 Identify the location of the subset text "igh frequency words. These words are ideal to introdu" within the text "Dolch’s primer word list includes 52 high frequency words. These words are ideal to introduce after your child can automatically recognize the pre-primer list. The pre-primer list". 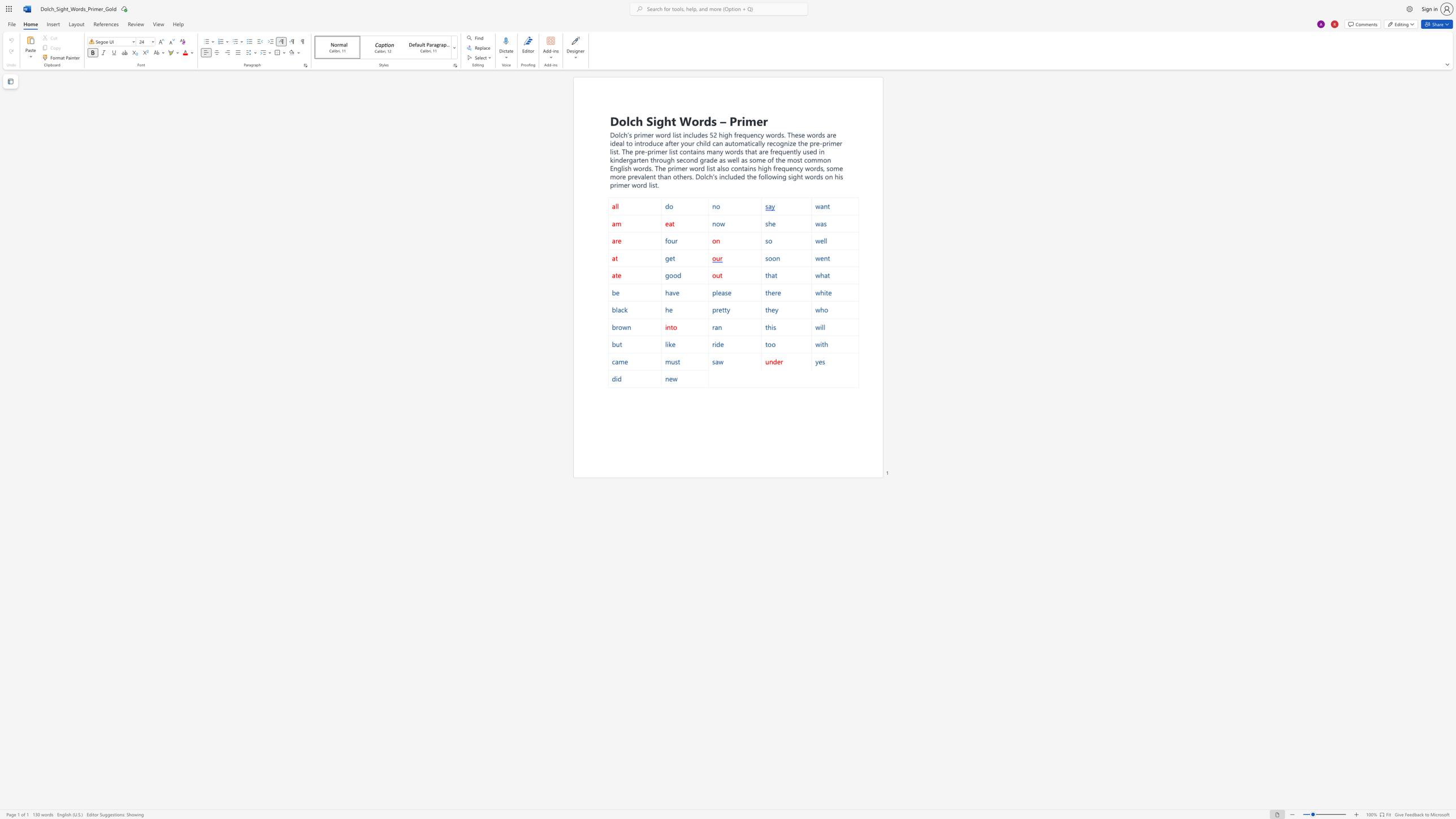
(722, 134).